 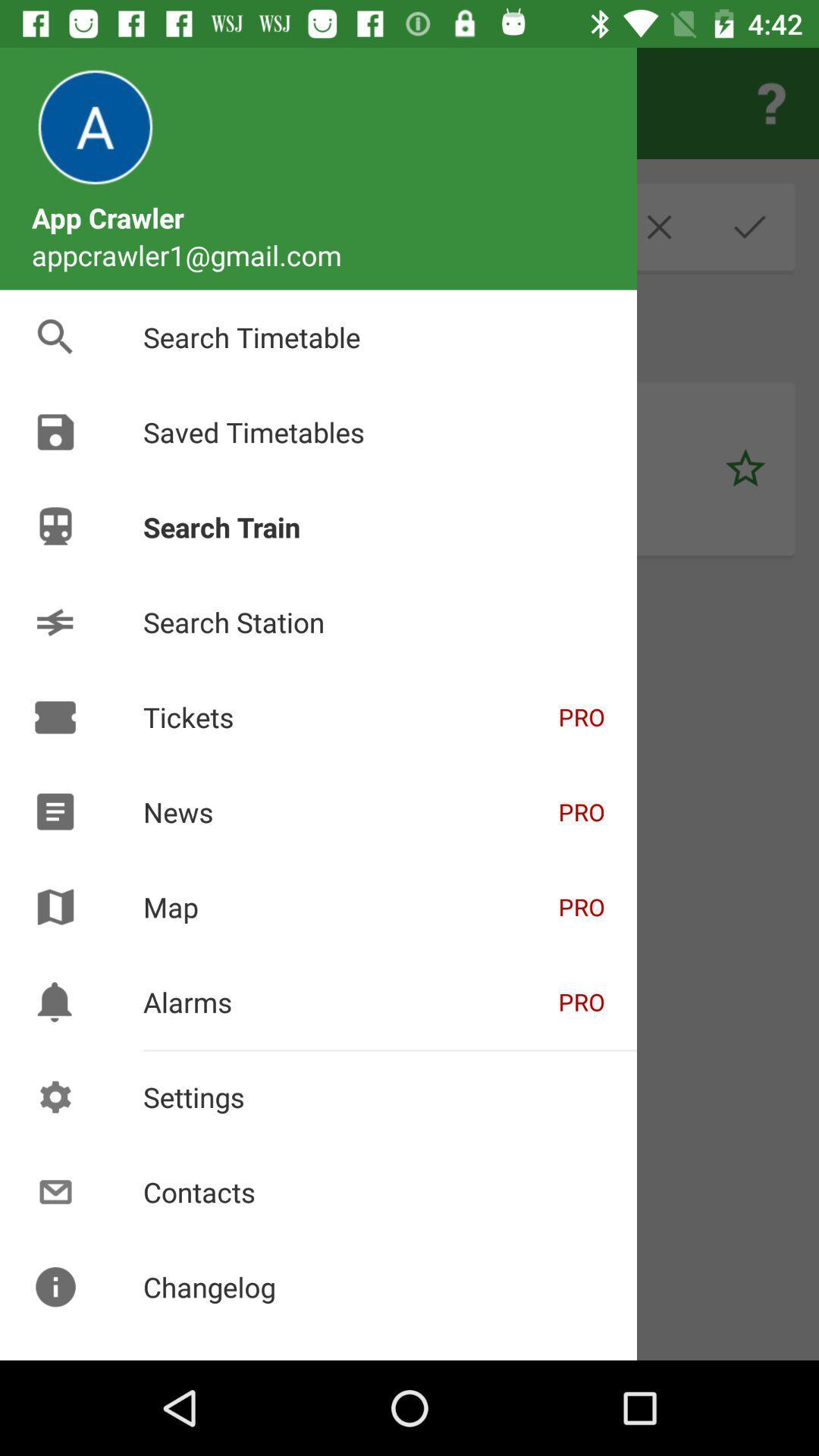 What do you see at coordinates (748, 226) in the screenshot?
I see `the check icon` at bounding box center [748, 226].